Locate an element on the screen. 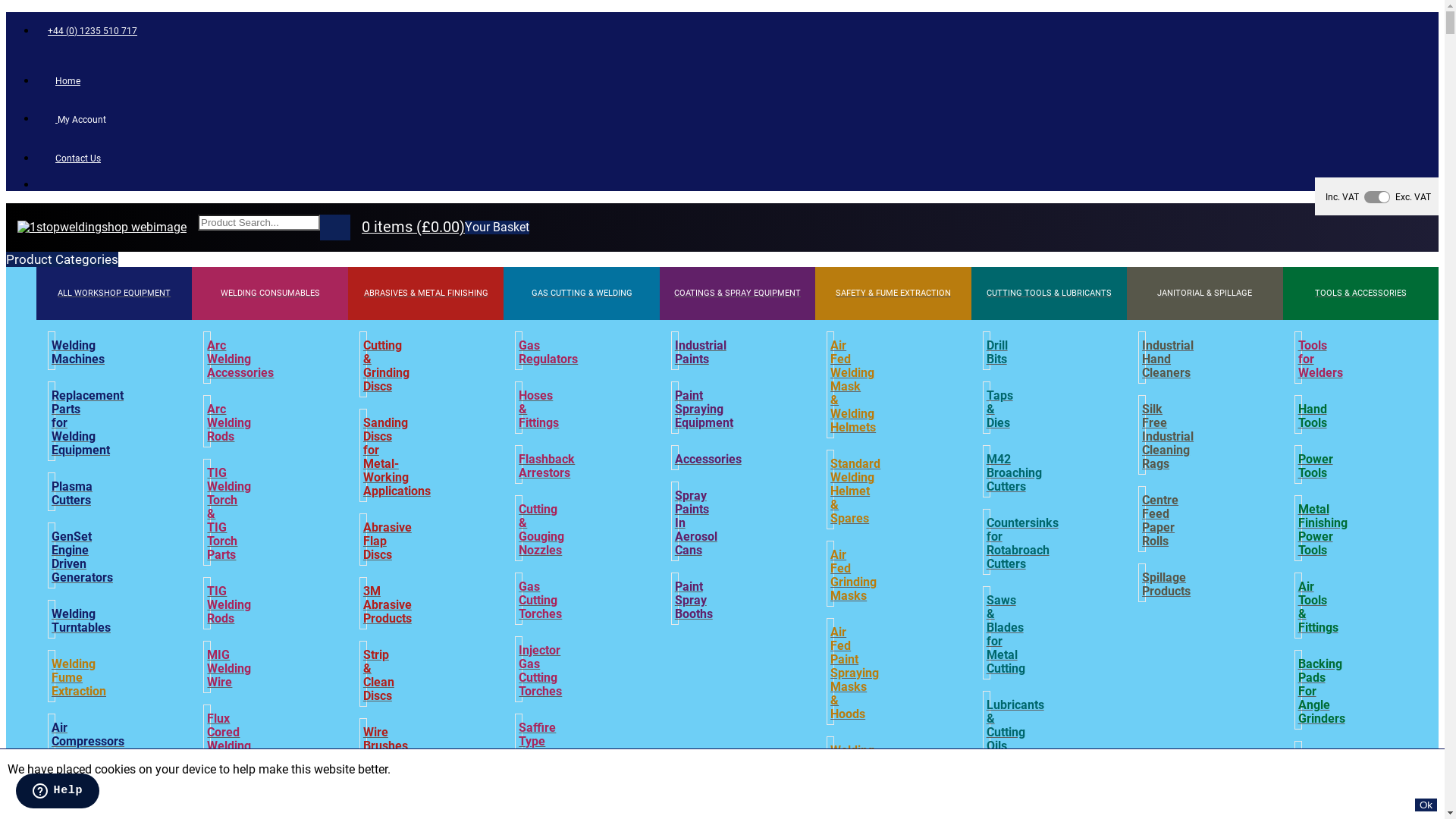  'JANITORIAL & SPILLAGE' is located at coordinates (1203, 293).